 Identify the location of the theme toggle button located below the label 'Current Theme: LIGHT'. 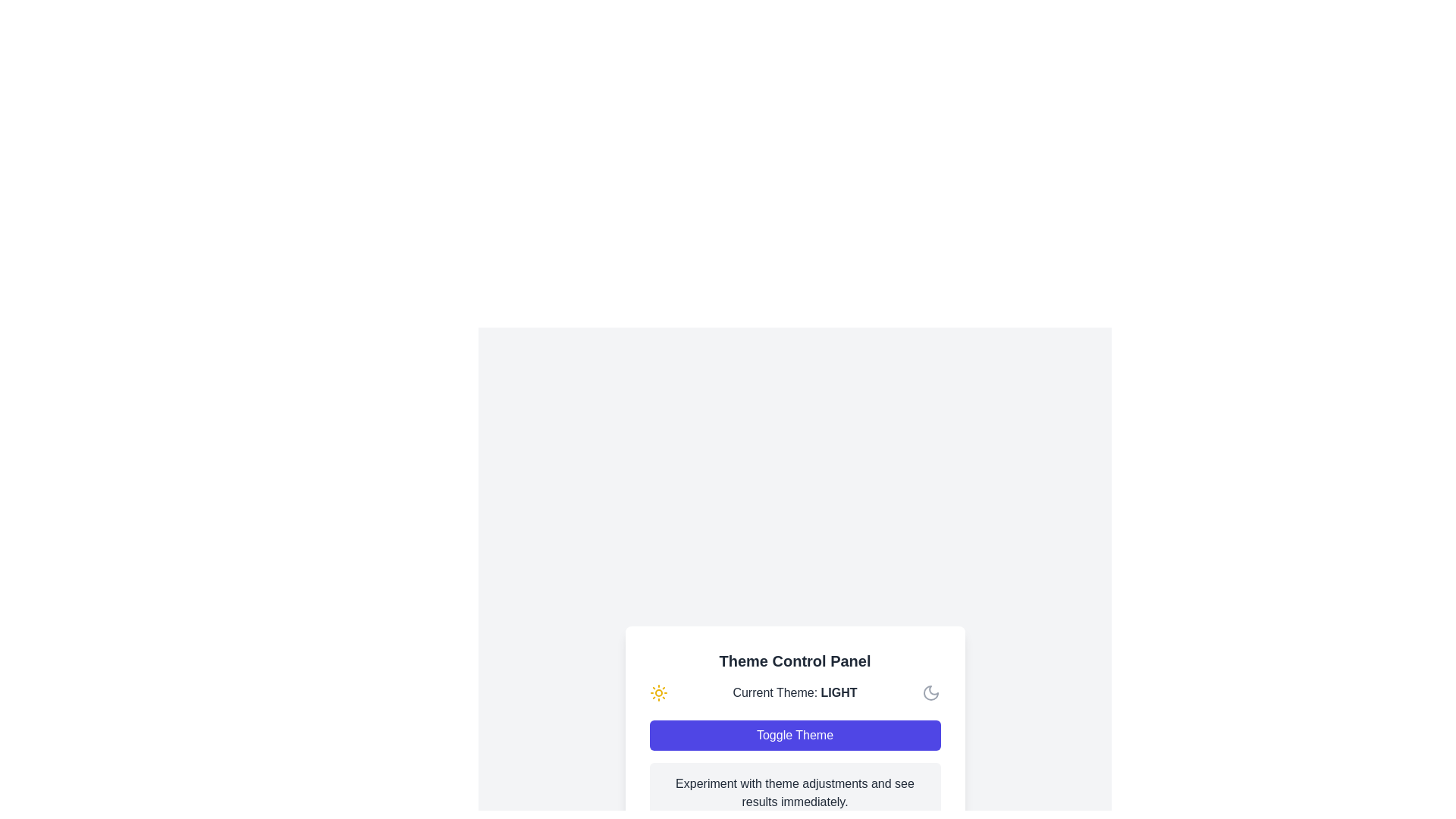
(794, 734).